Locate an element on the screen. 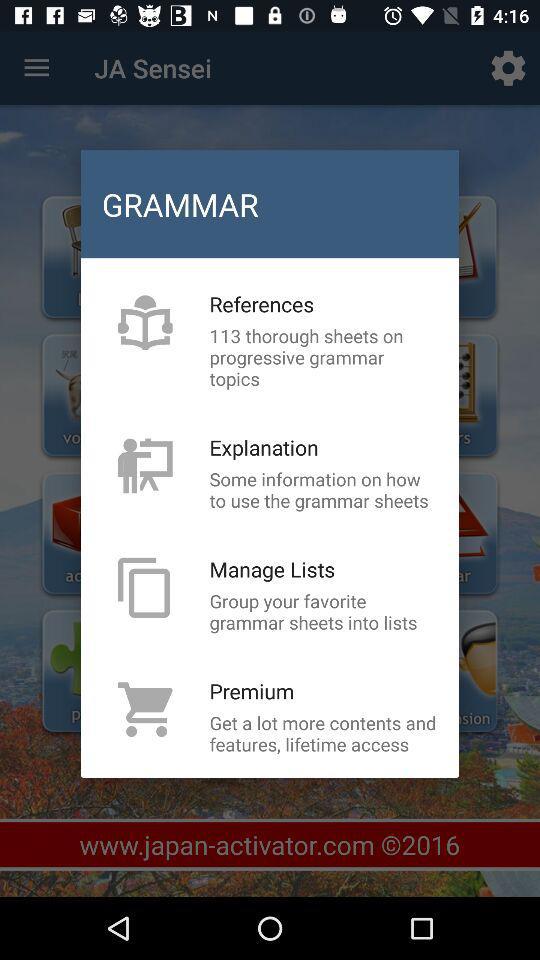 The width and height of the screenshot is (540, 960). the item below the explanation item is located at coordinates (323, 488).